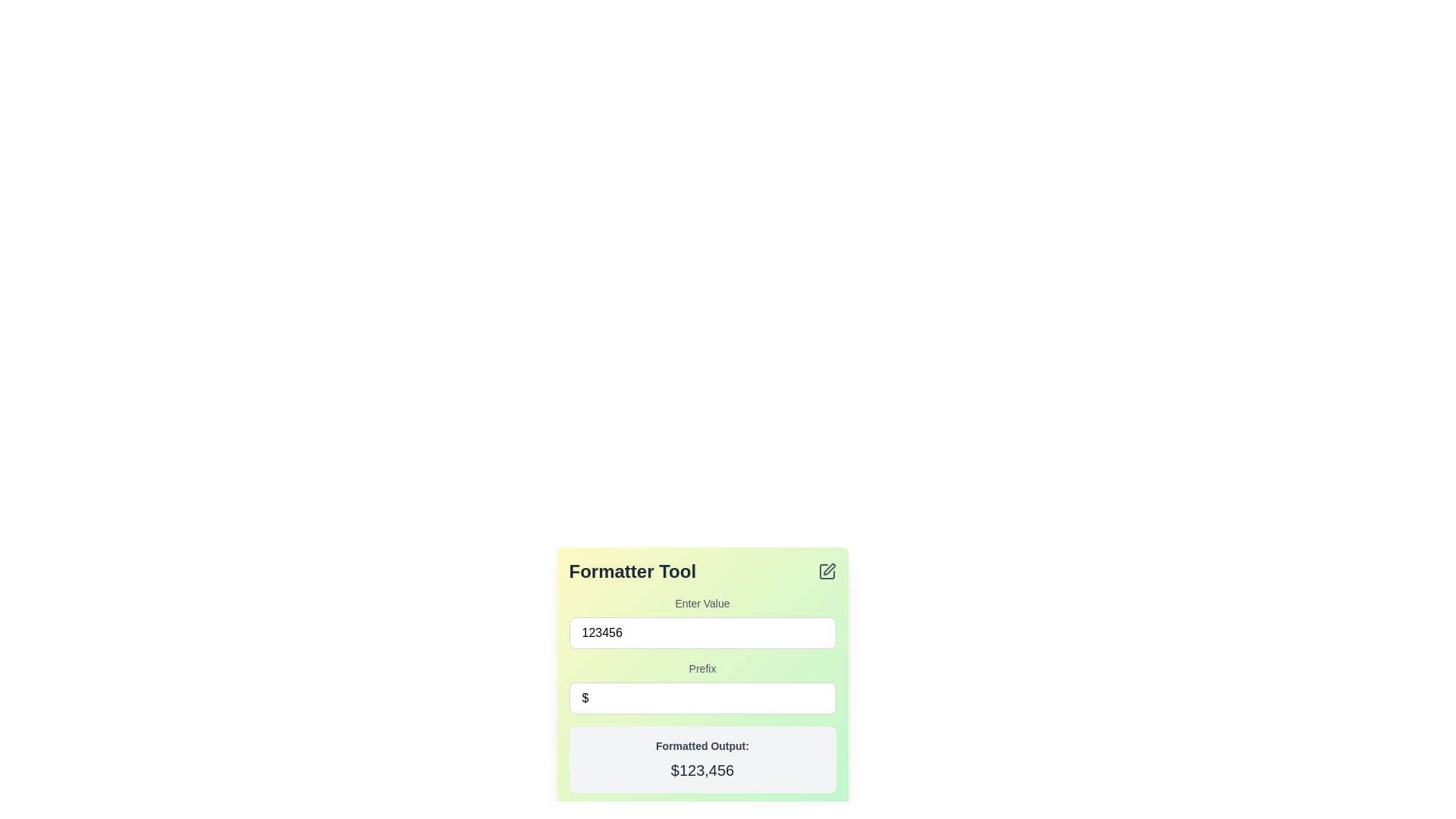  What do you see at coordinates (701, 698) in the screenshot?
I see `text within the single-line text input field that displays a dollar sign ('$') at the start, located below the 'Prefix' label and above the output display box` at bounding box center [701, 698].